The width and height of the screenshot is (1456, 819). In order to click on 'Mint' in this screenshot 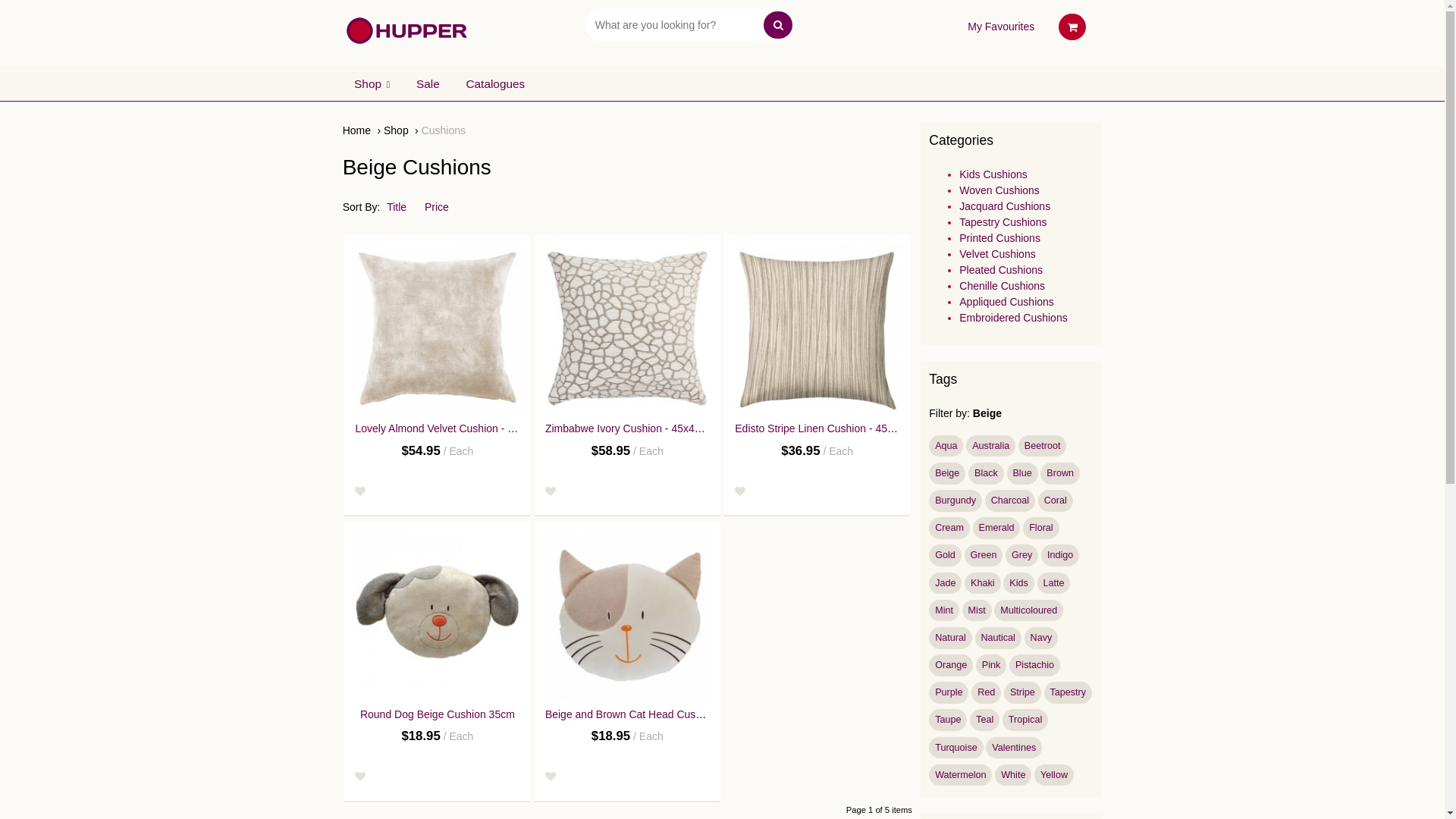, I will do `click(927, 610)`.